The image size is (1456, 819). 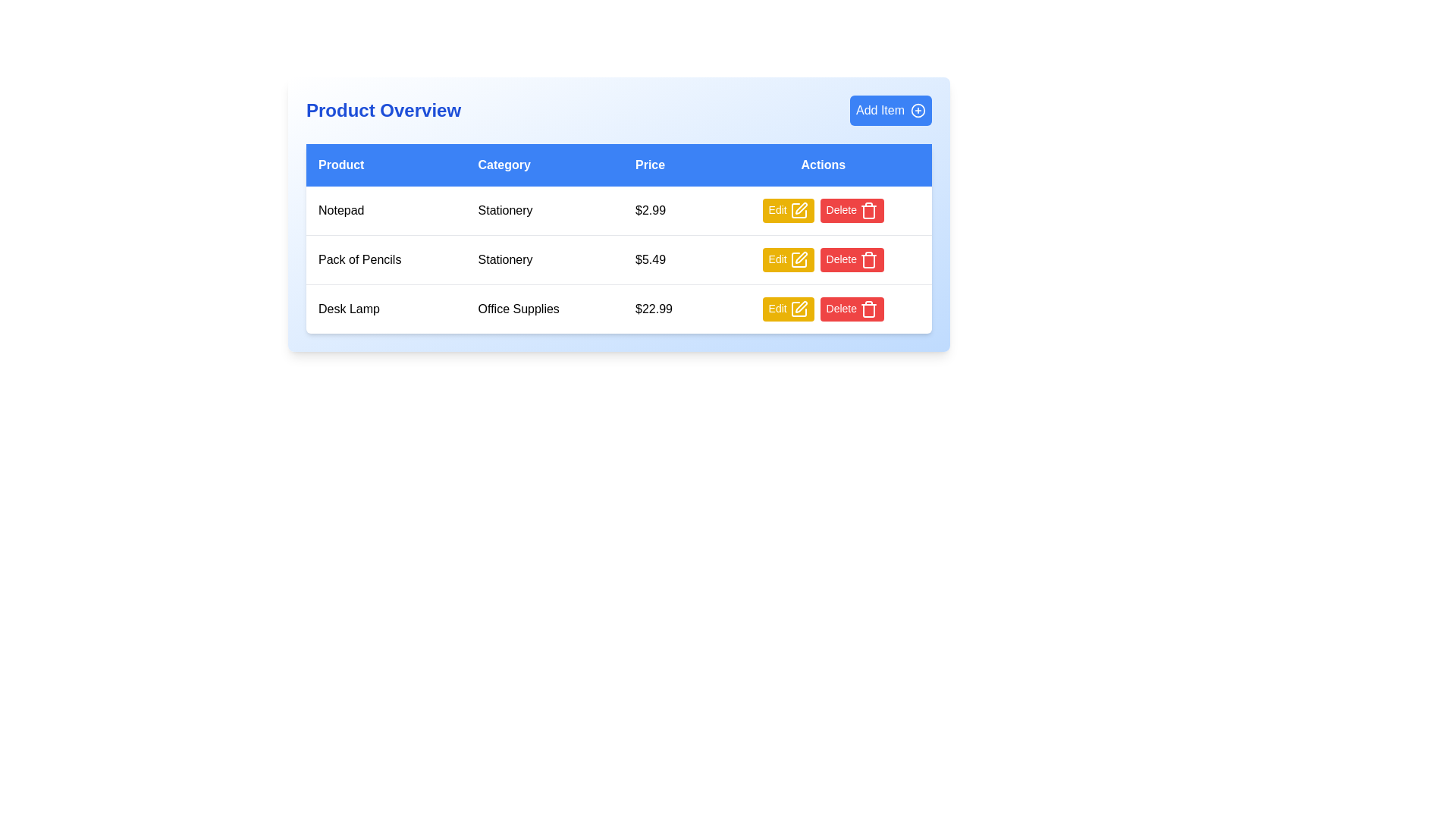 What do you see at coordinates (798, 309) in the screenshot?
I see `the pen icon inside the 'Edit' button located in the 'Actions' column of the last row of the displayed table` at bounding box center [798, 309].